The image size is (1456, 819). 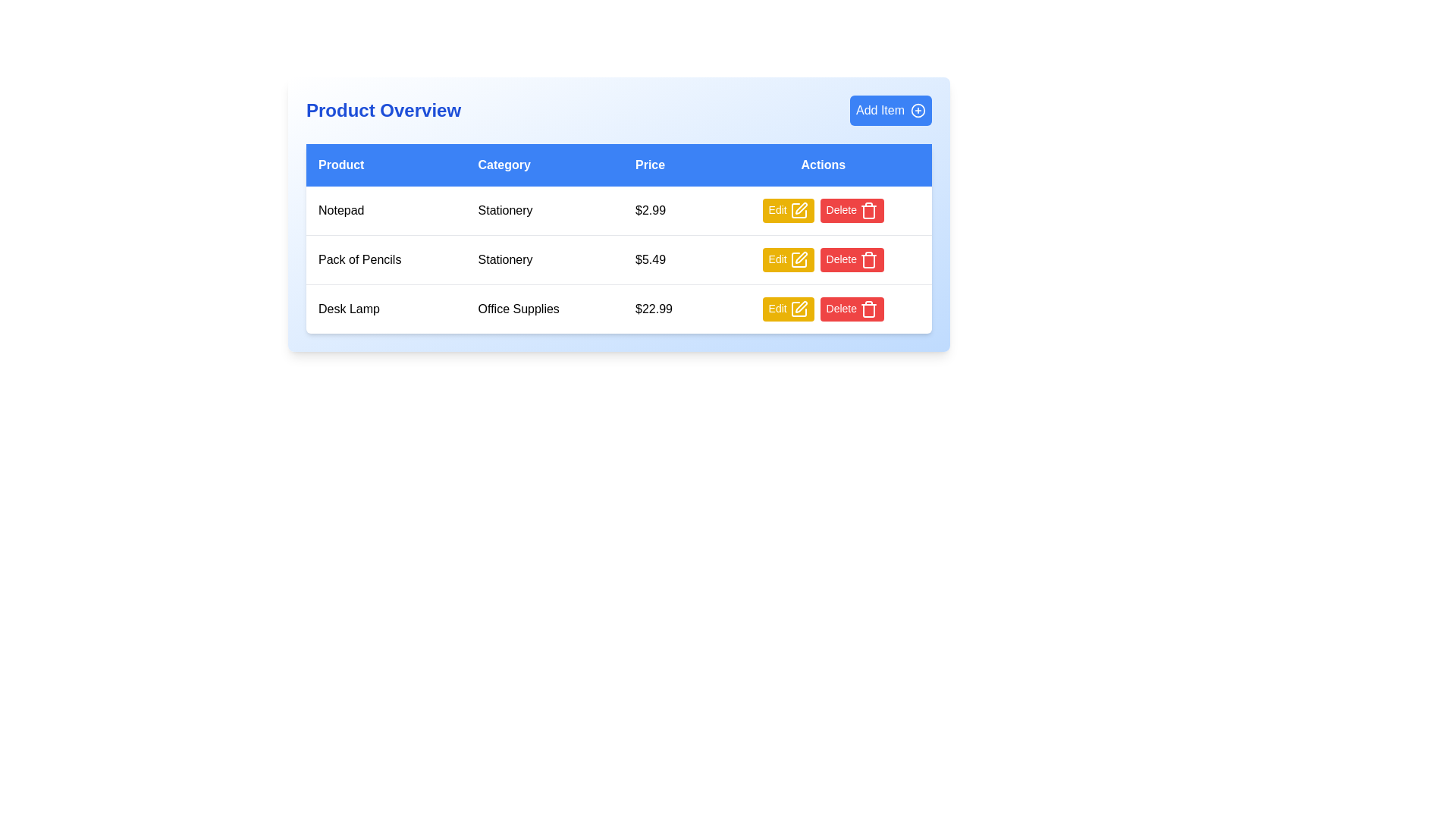 What do you see at coordinates (798, 309) in the screenshot?
I see `the pen icon inside the 'Edit' button located in the 'Actions' column of the last row of the displayed table` at bounding box center [798, 309].